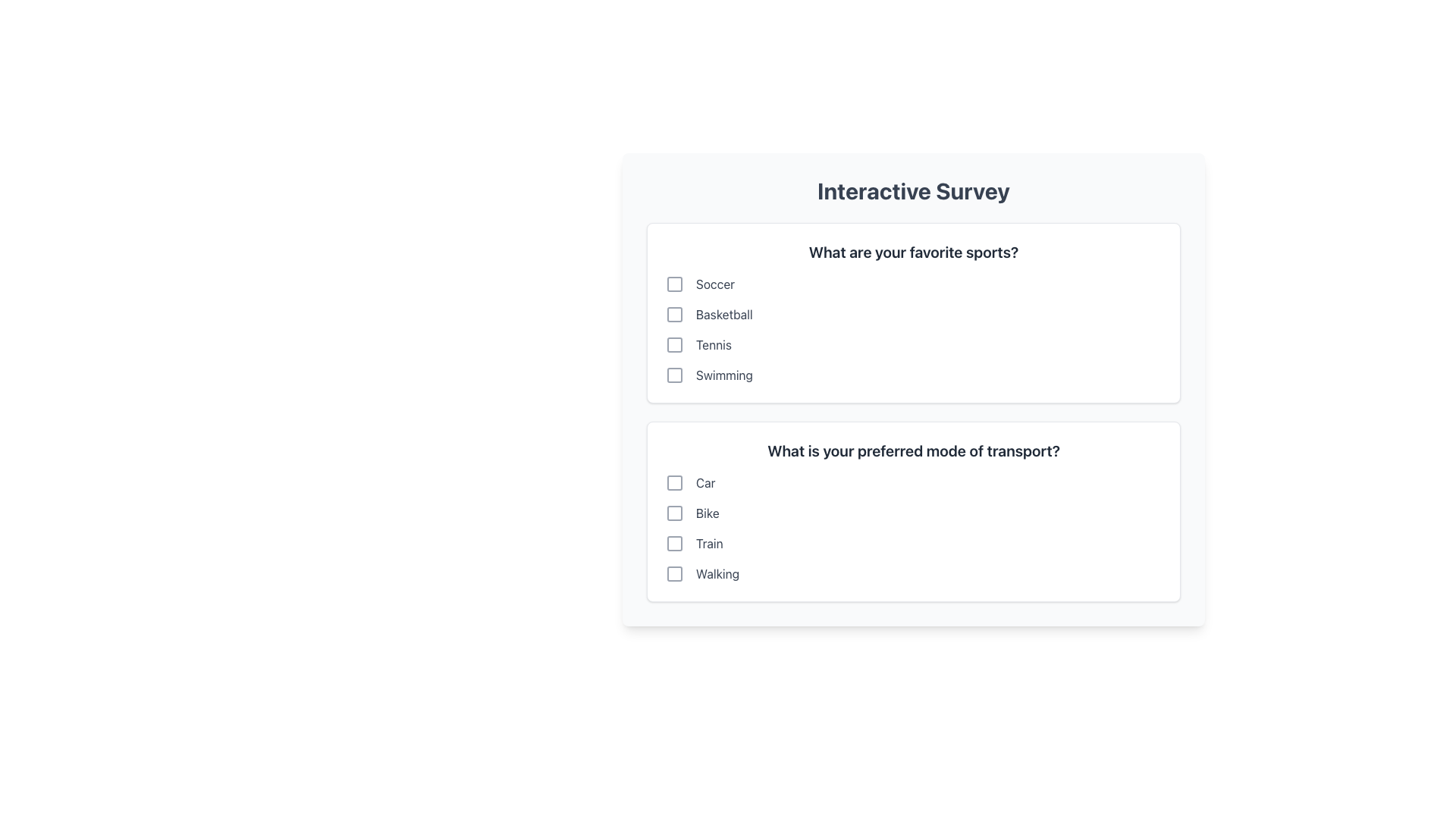 The width and height of the screenshot is (1456, 819). Describe the element at coordinates (673, 543) in the screenshot. I see `the checkbox state indicator associated with the label 'Train' in the survey question 'What is your preferred mode of transport?'` at that location.